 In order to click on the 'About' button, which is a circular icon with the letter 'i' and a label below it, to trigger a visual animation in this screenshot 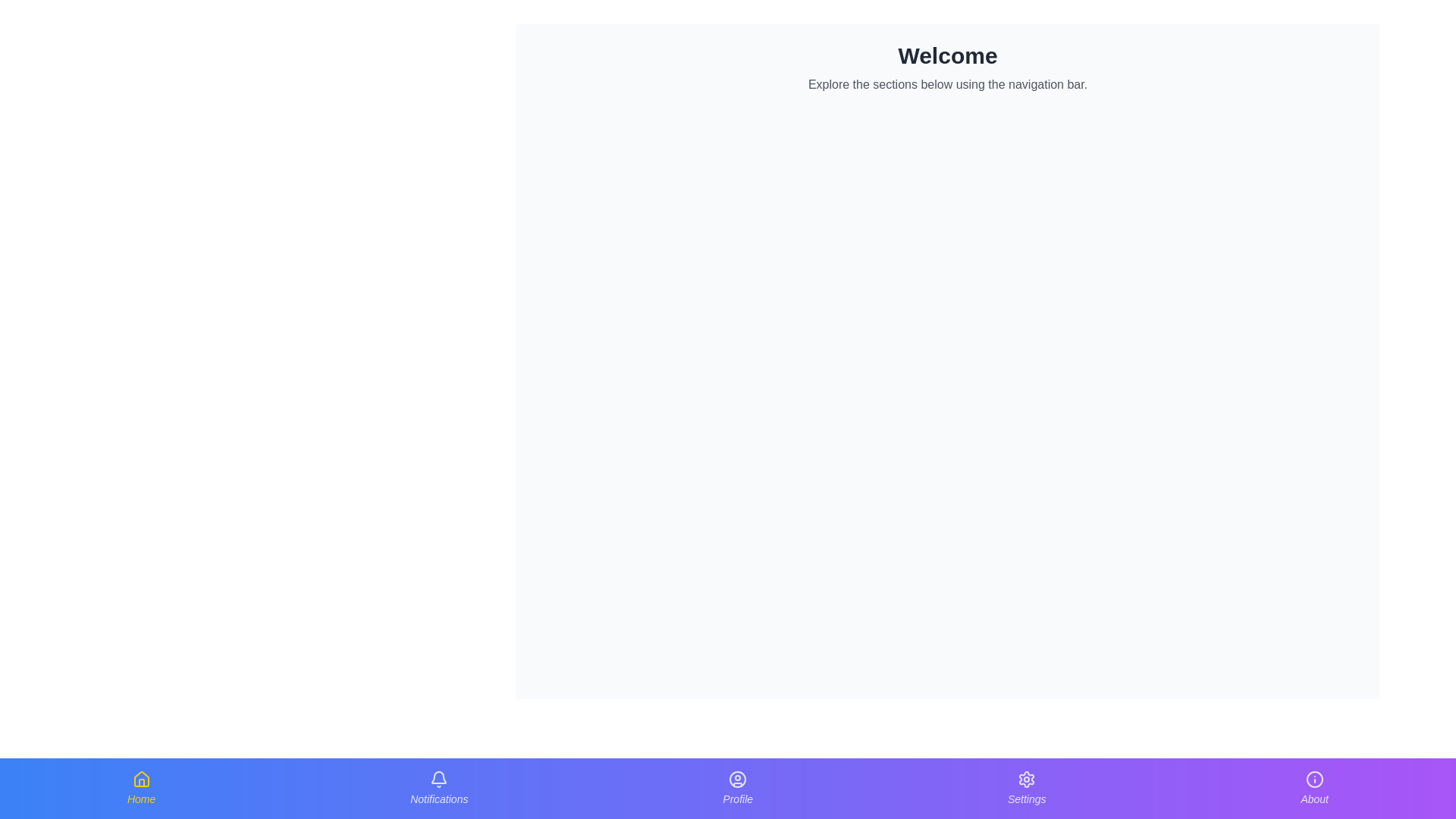, I will do `click(1313, 788)`.